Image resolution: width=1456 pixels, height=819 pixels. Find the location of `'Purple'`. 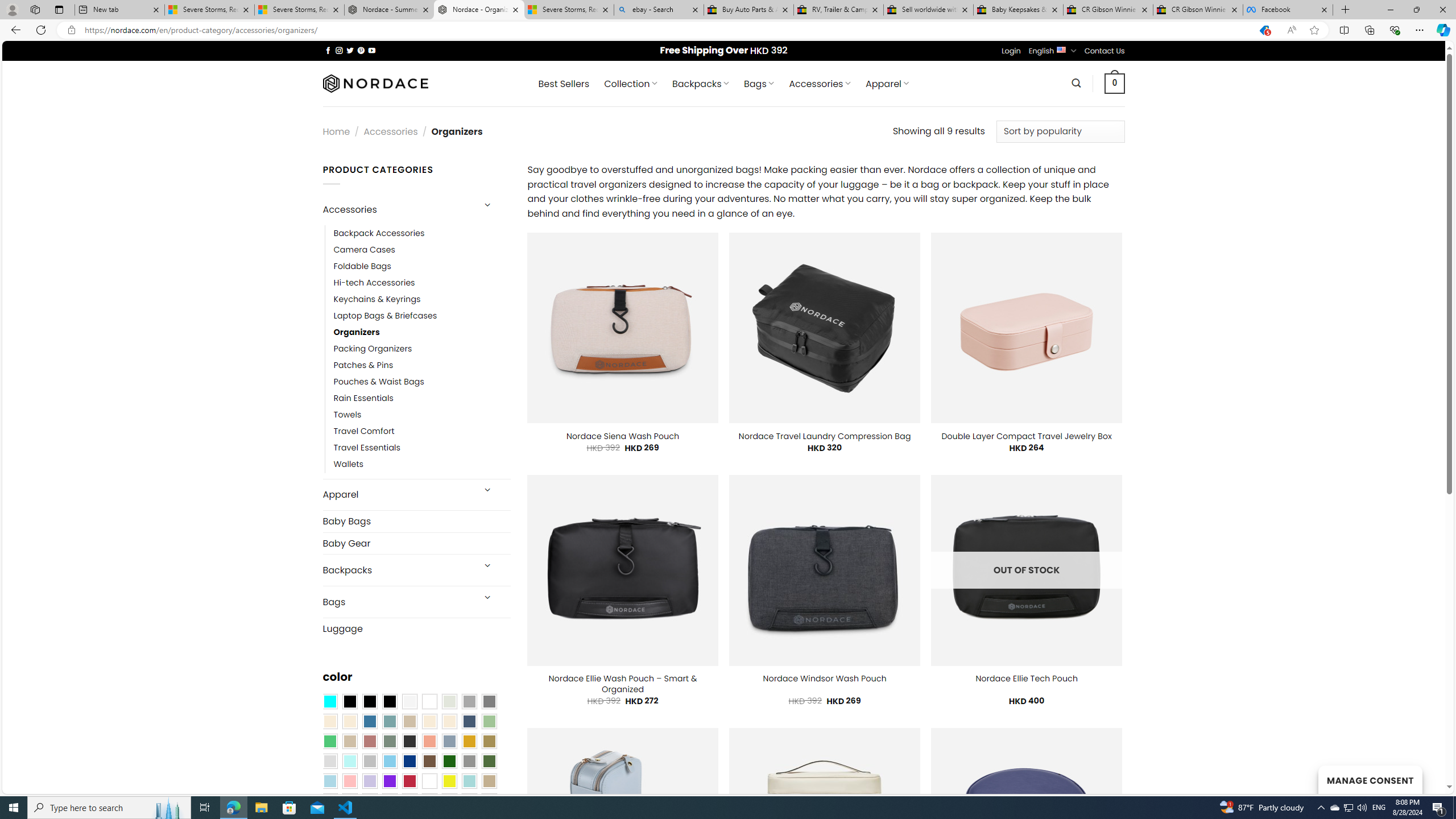

'Purple' is located at coordinates (389, 780).